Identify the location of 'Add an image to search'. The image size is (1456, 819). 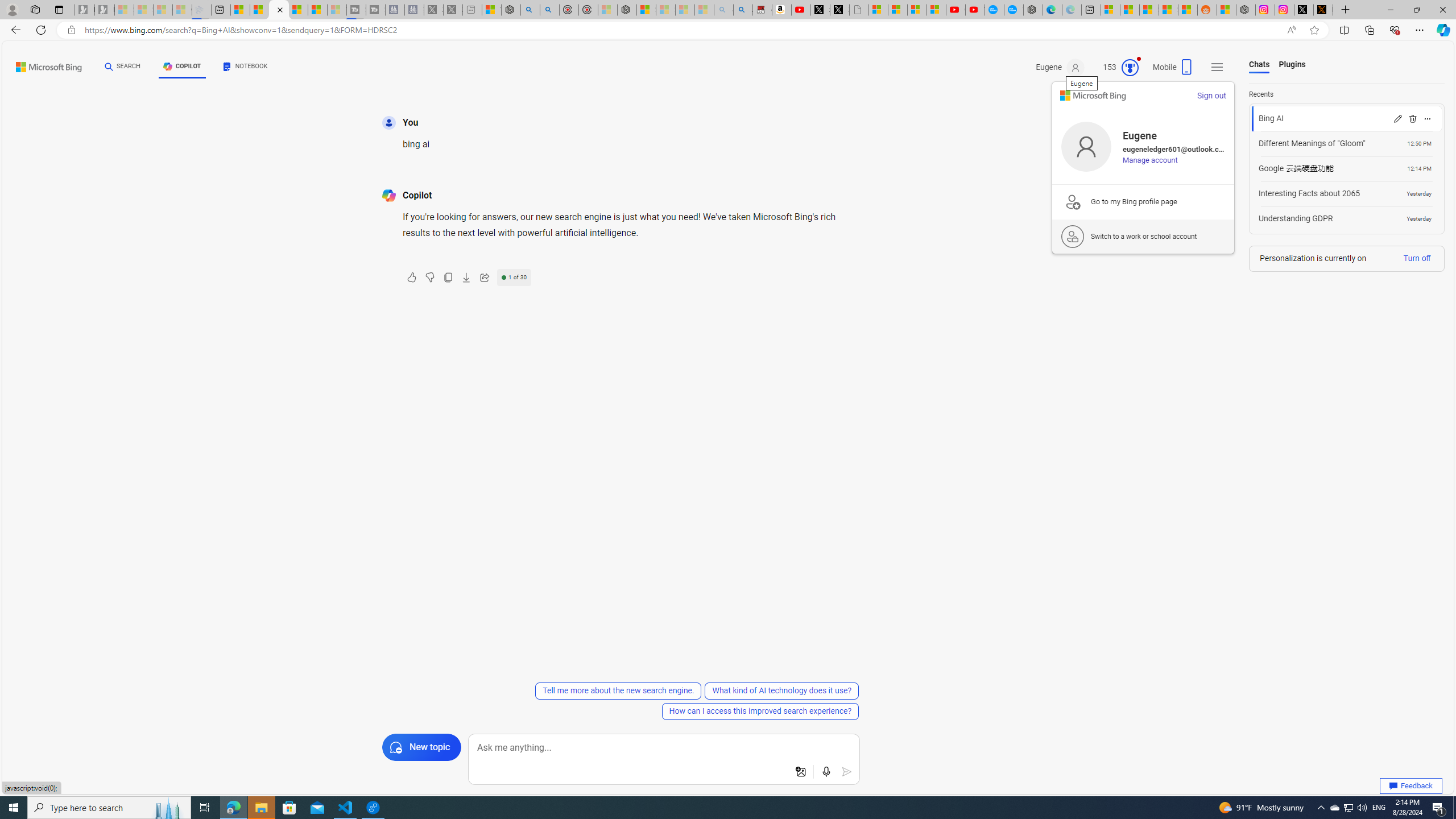
(800, 771).